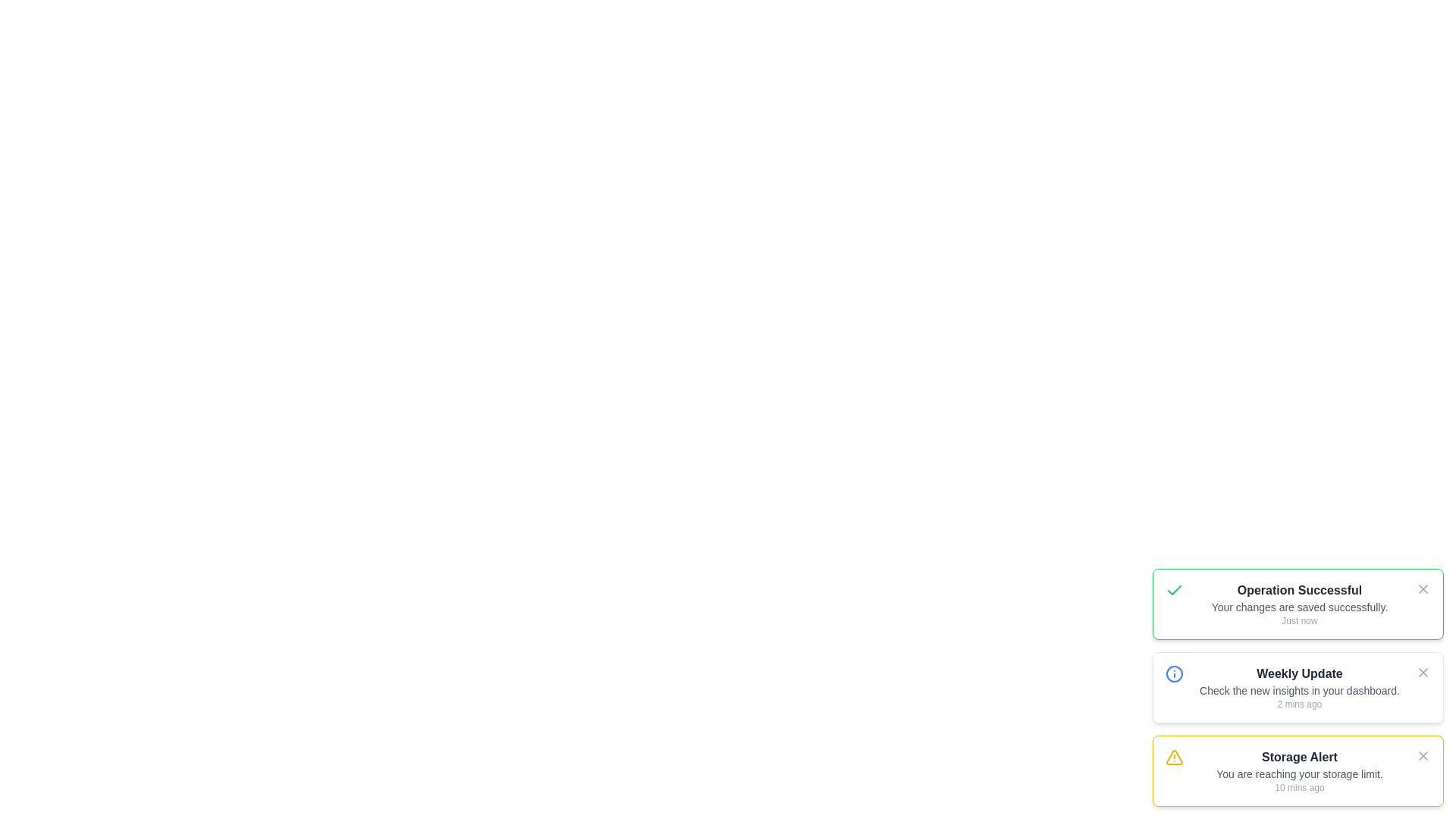 The width and height of the screenshot is (1456, 819). What do you see at coordinates (1298, 690) in the screenshot?
I see `the text segment stating 'Check the new insights in your dashboard.' located in the notification box, positioned below 'Weekly Update' and above '2 mins ago'` at bounding box center [1298, 690].